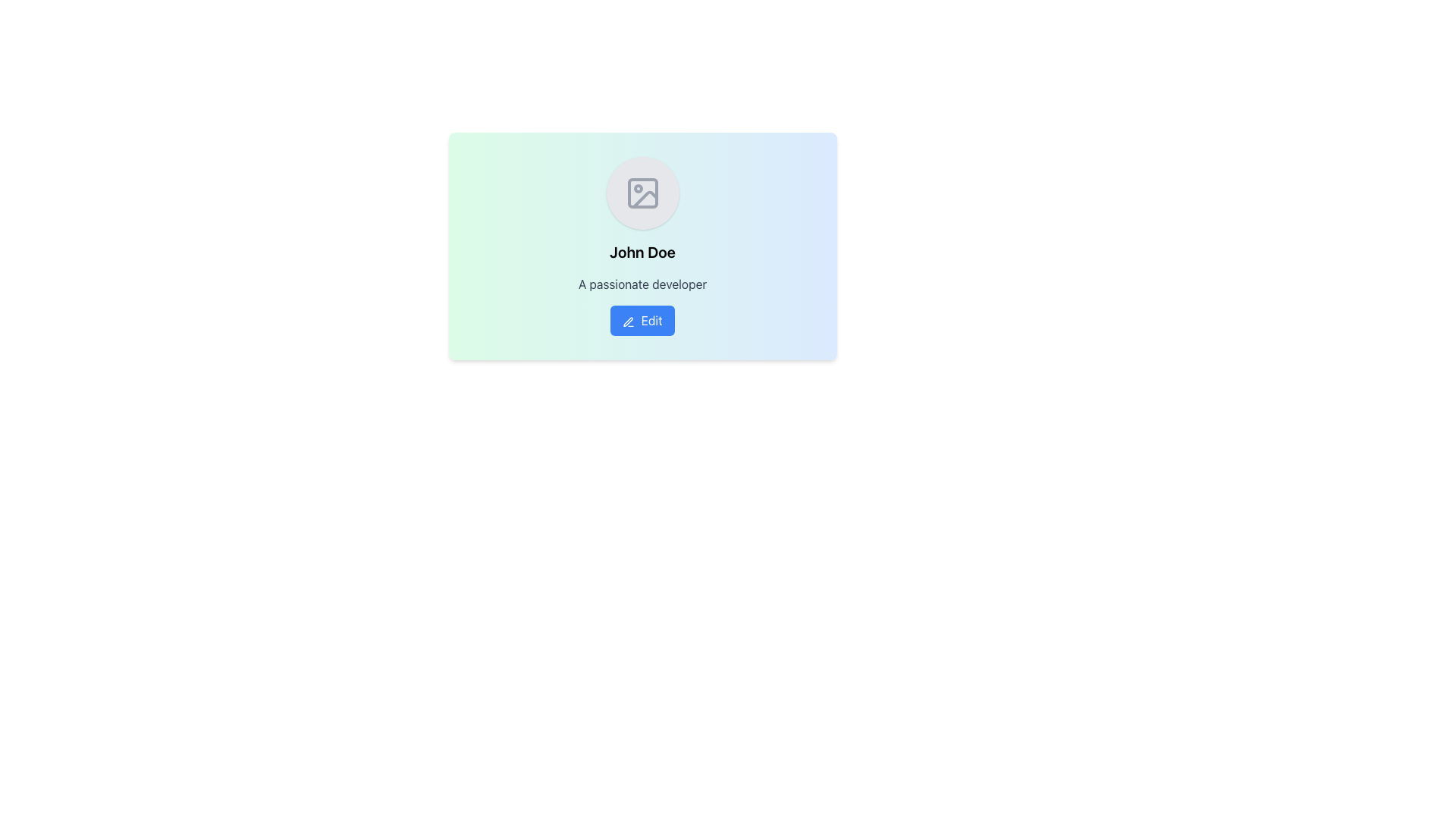  What do you see at coordinates (629, 321) in the screenshot?
I see `the pen icon located under the 'Edit' label` at bounding box center [629, 321].